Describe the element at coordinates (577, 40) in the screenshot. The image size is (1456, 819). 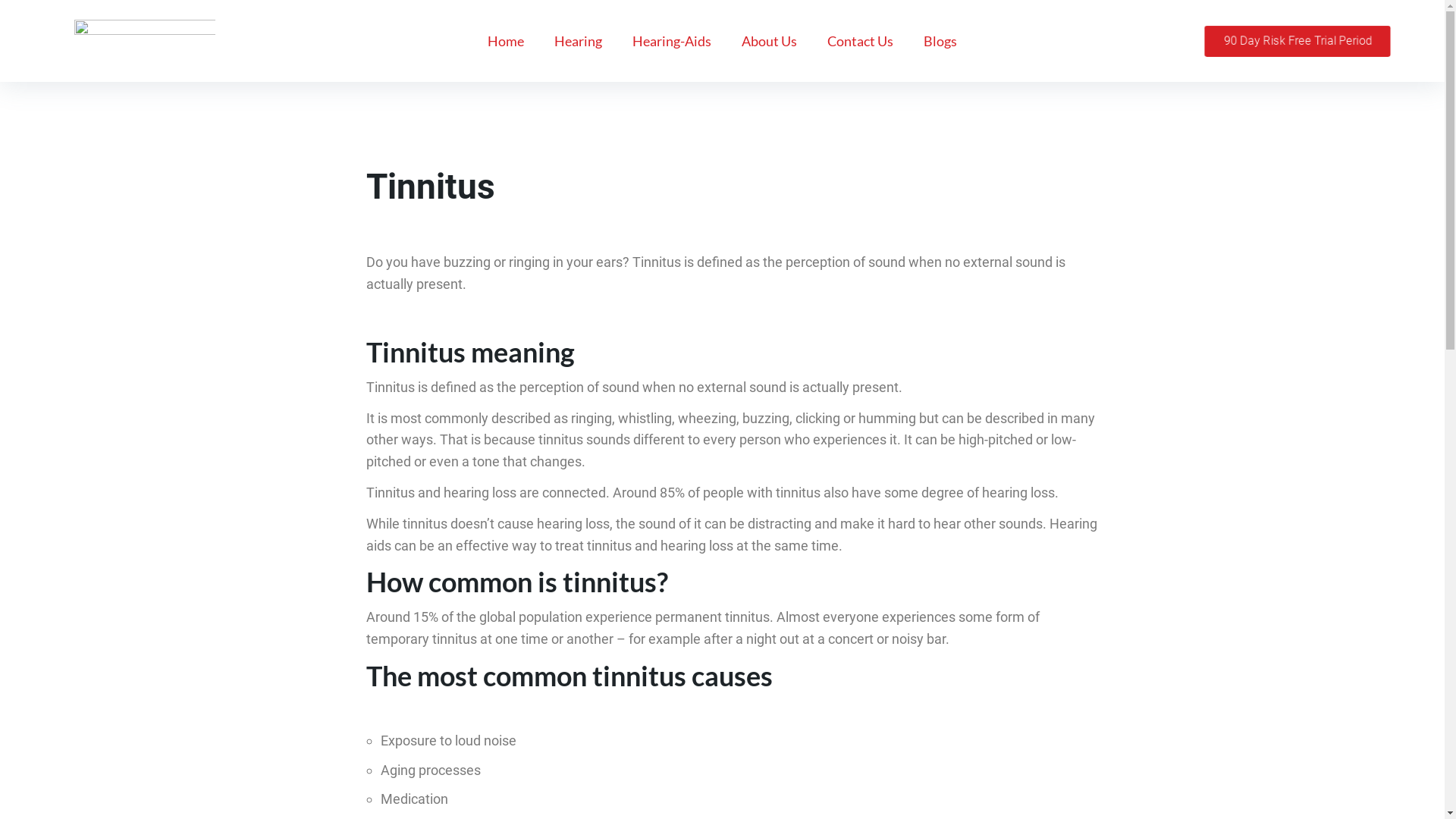
I see `'Hearing'` at that location.